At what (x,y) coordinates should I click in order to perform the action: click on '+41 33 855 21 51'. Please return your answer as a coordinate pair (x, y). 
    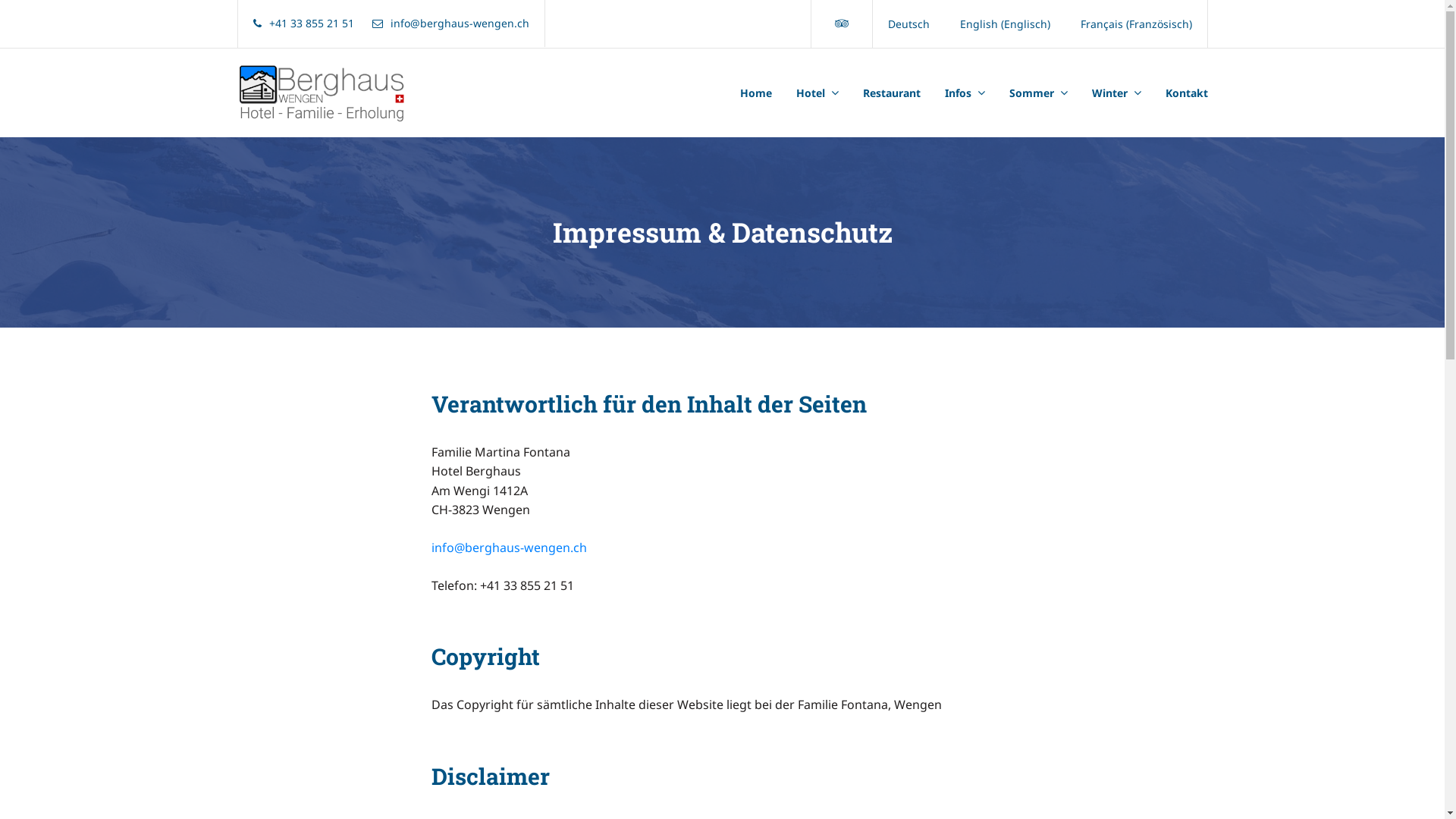
    Looking at the image, I should click on (303, 23).